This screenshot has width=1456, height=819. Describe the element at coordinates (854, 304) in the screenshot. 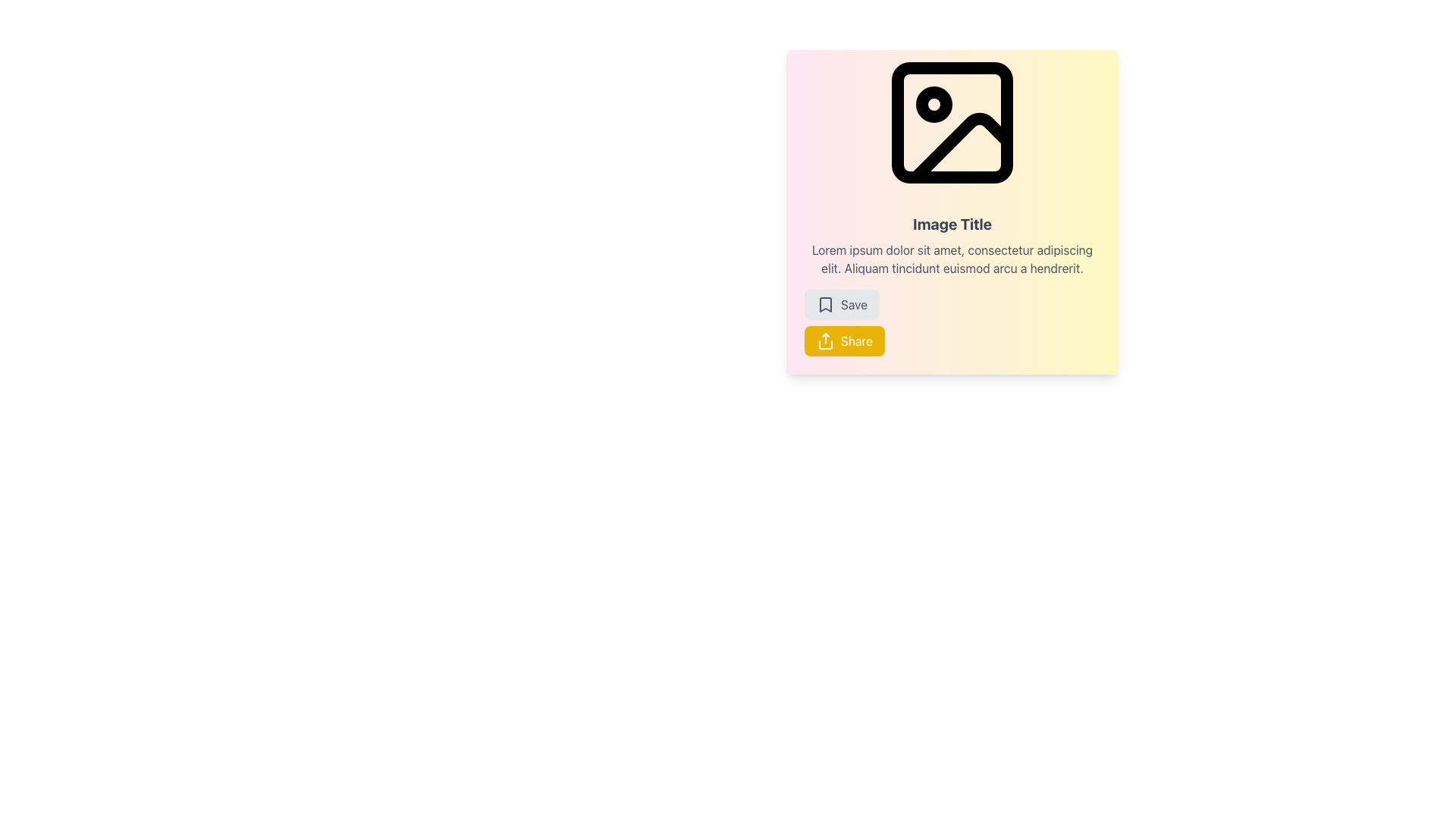

I see `the button containing the text 'Save' which is styled in gray font and located at the bottom-left side of a card interface` at that location.